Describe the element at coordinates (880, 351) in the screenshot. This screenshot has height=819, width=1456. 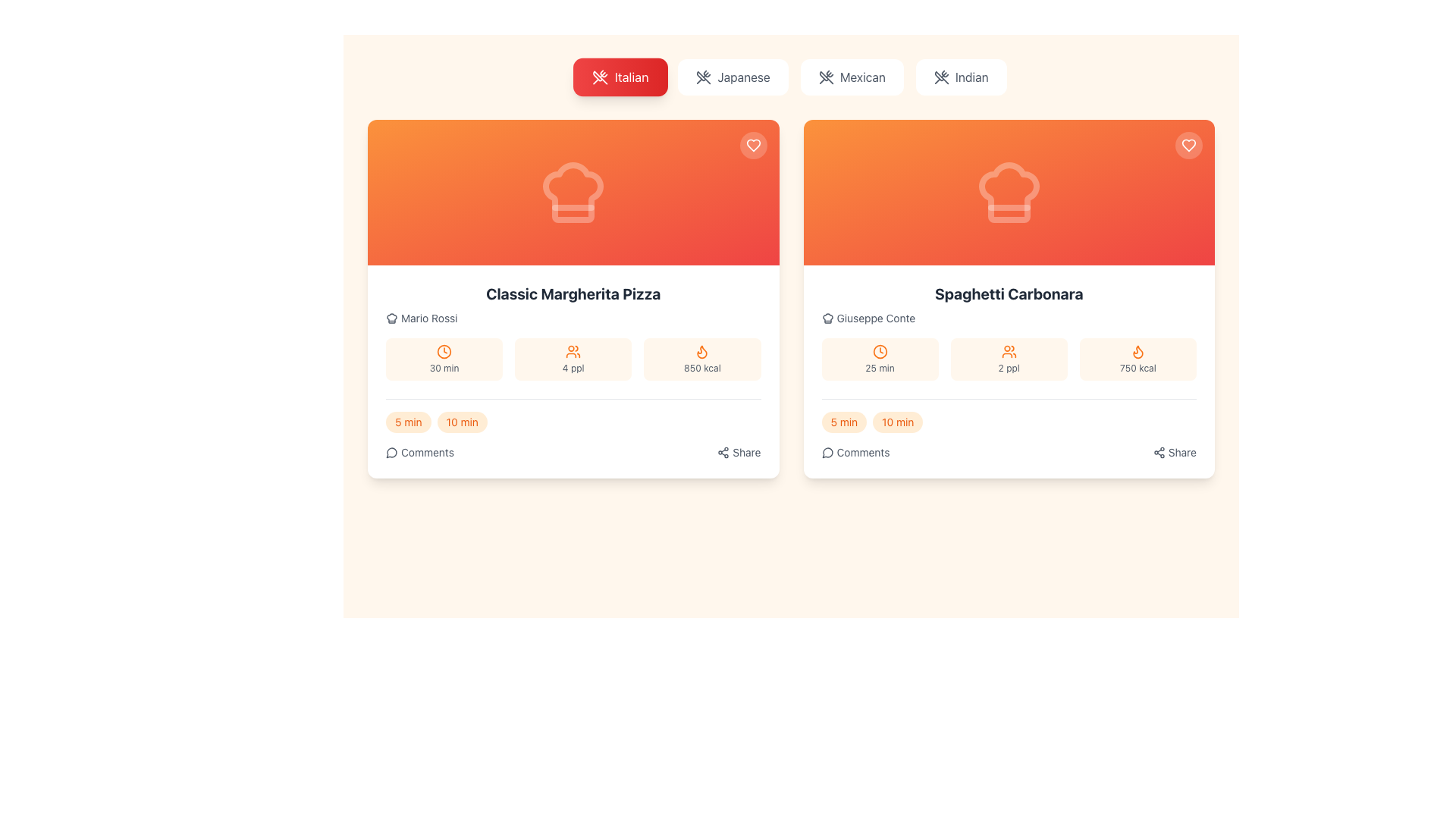
I see `the time preparation icon located above the '25 min' text in the right recipe card for 'Spaghetti Carbonara'` at that location.